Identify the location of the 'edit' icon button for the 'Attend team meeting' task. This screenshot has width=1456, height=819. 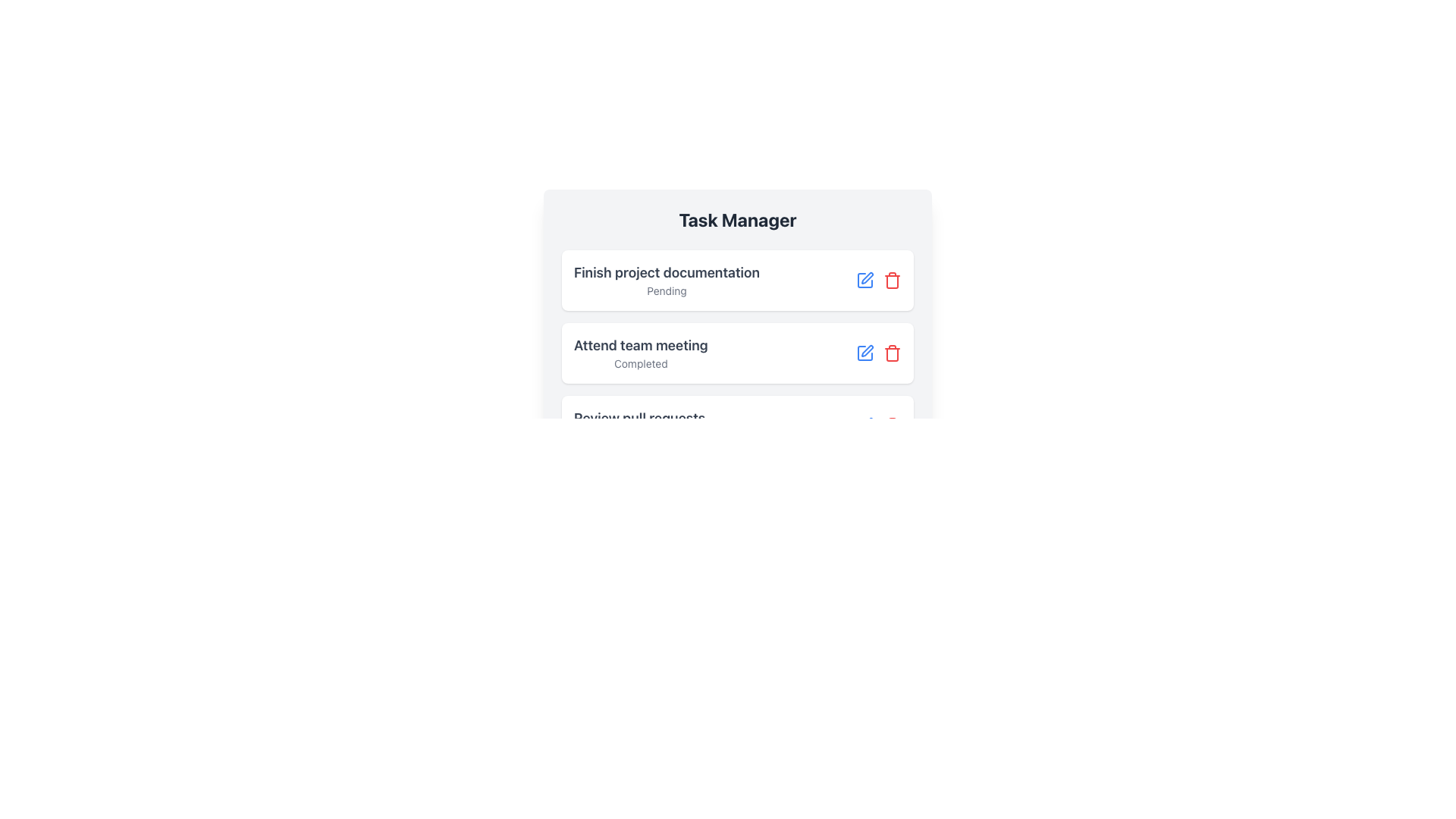
(865, 353).